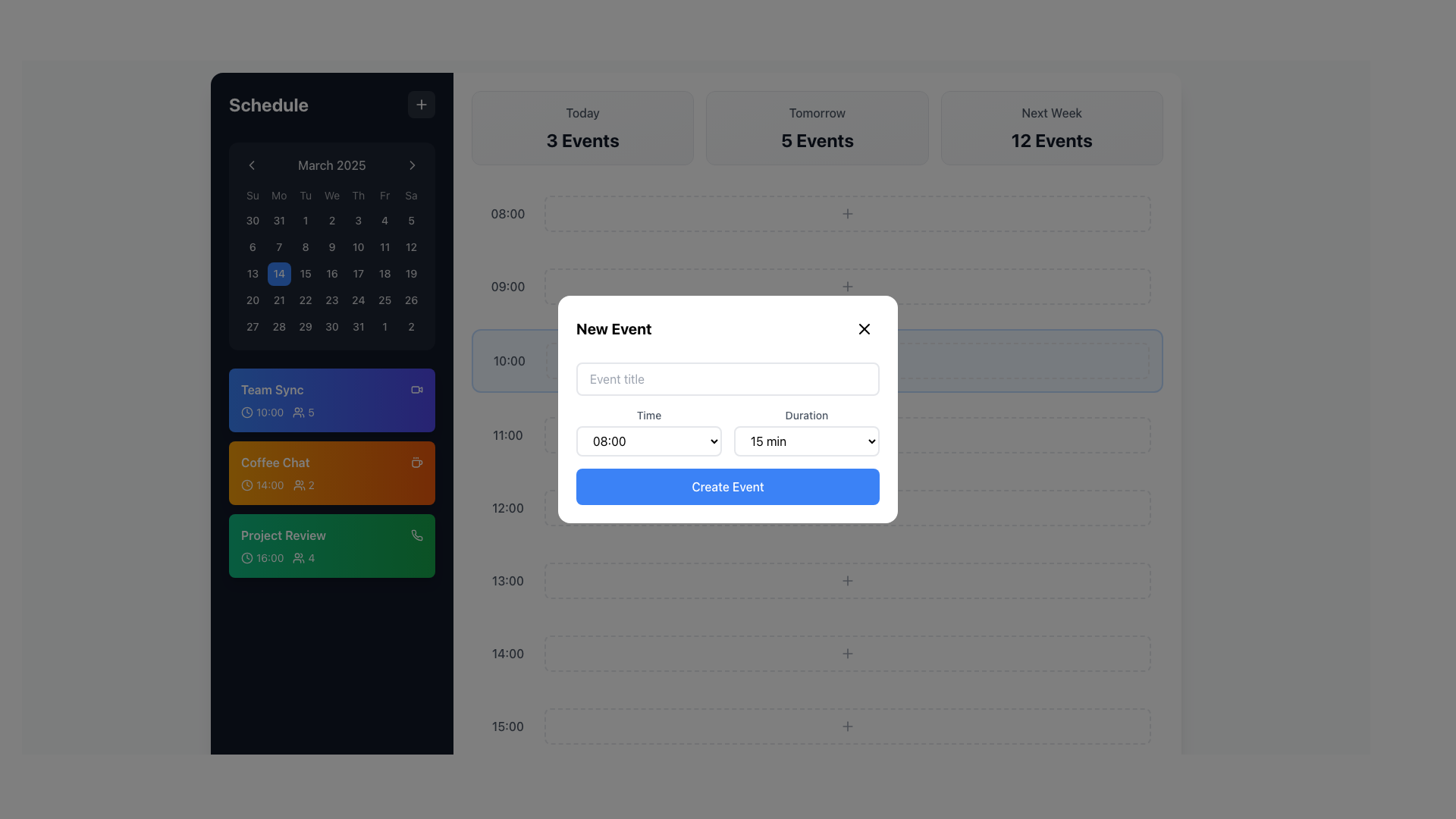 Image resolution: width=1456 pixels, height=819 pixels. Describe the element at coordinates (331, 246) in the screenshot. I see `the calendar date button displaying the number '9' in light white text, located in the second row and fourth column of the March 2025 calendar grid` at that location.